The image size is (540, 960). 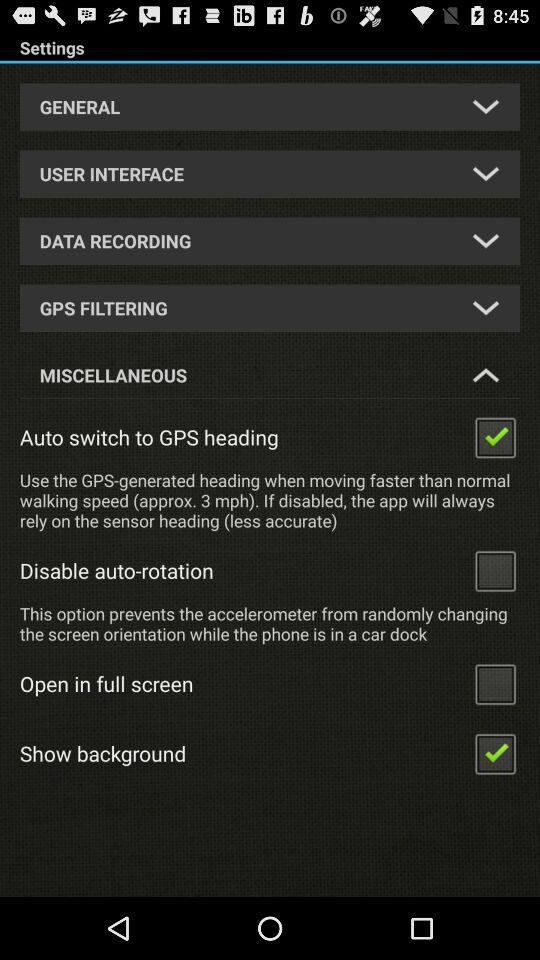 What do you see at coordinates (494, 570) in the screenshot?
I see `disable auto-rotation` at bounding box center [494, 570].